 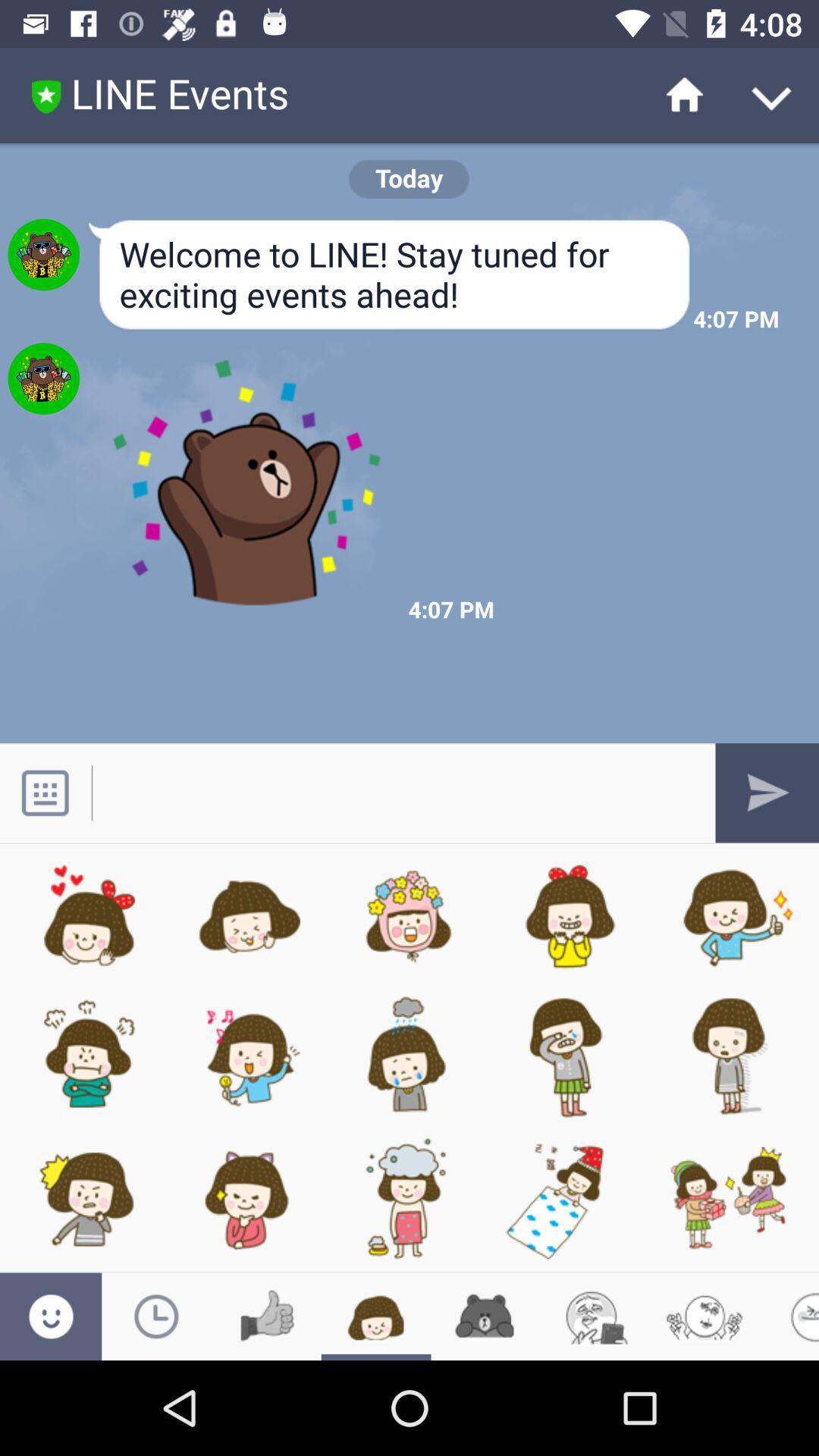 I want to click on the date_range icon, so click(x=485, y=1316).